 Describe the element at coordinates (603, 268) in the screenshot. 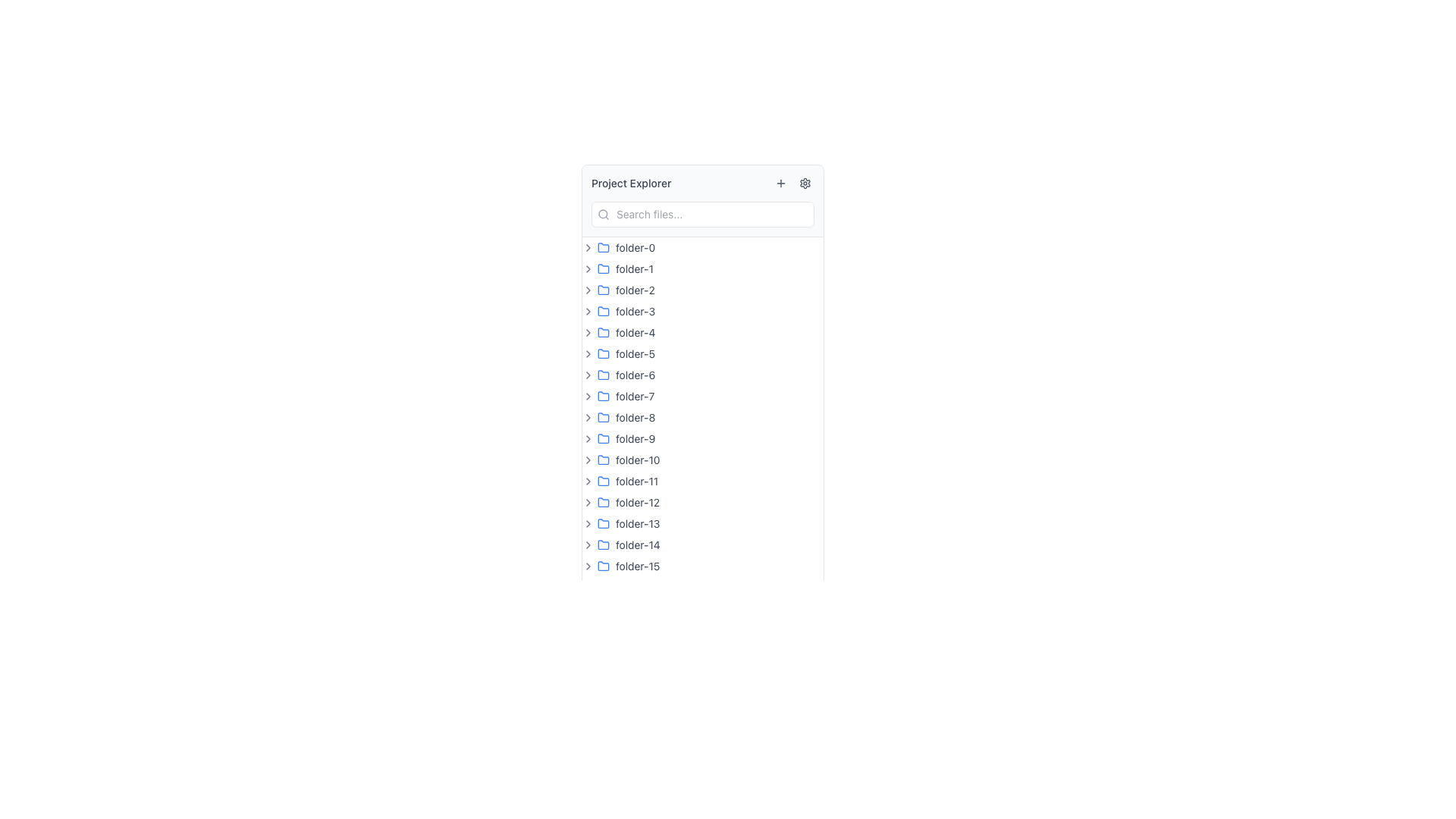

I see `the folder icon representing 'folder-1' in the file explorer` at that location.